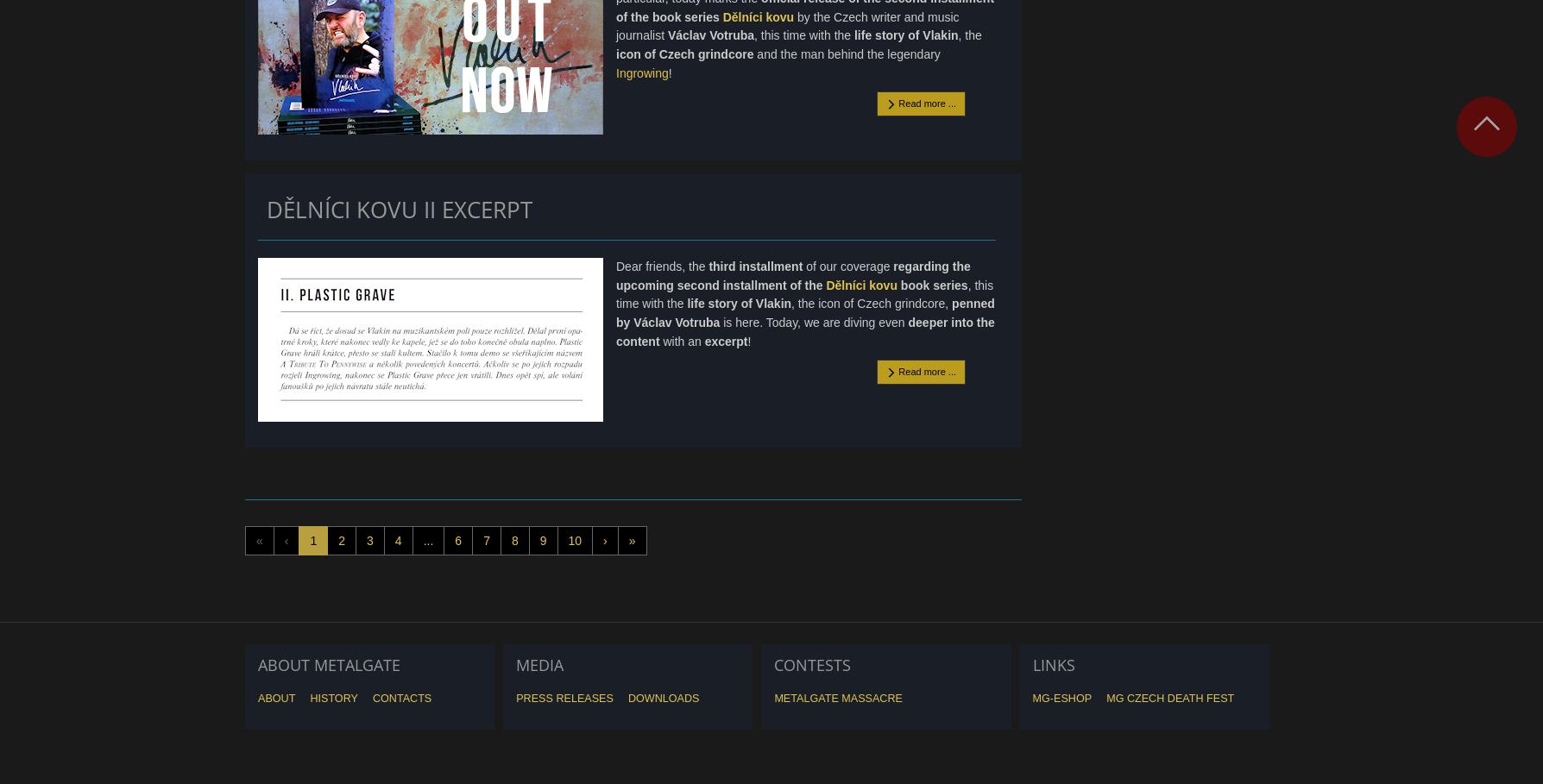 This screenshot has height=784, width=1543. Describe the element at coordinates (812, 663) in the screenshot. I see `'CONTESTS'` at that location.